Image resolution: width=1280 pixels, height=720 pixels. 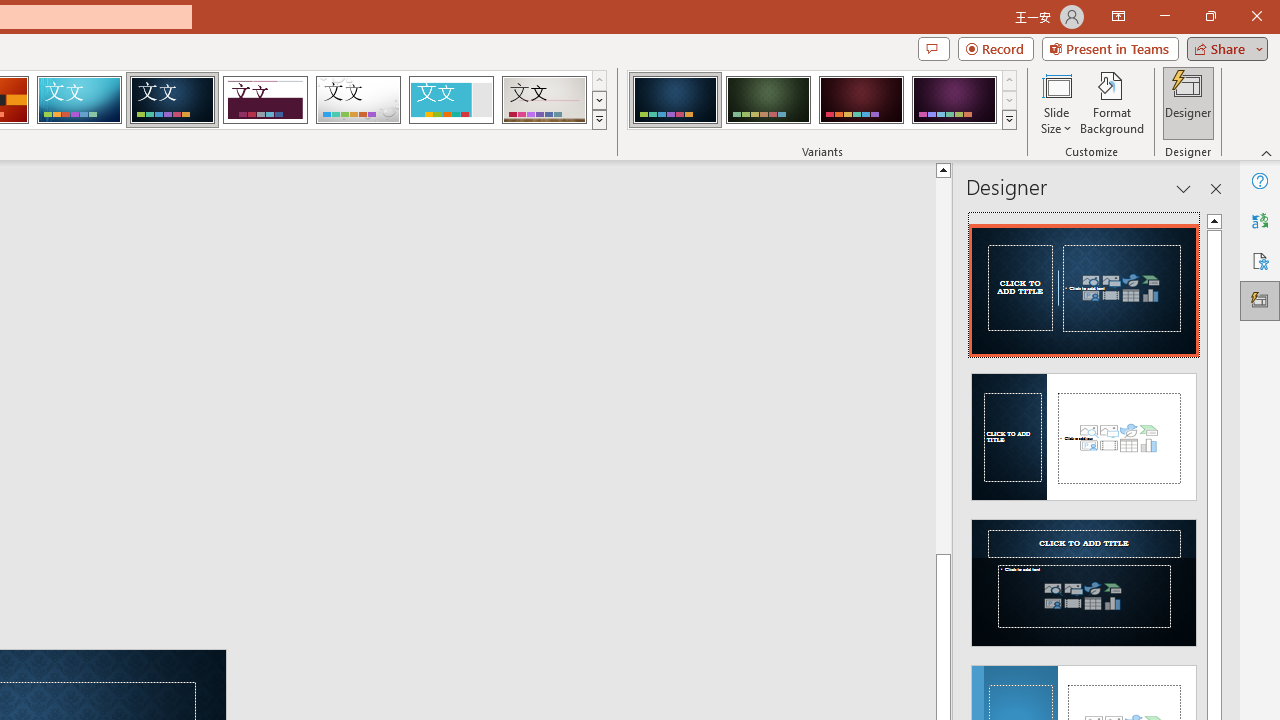 What do you see at coordinates (450, 100) in the screenshot?
I see `'Frame'` at bounding box center [450, 100].